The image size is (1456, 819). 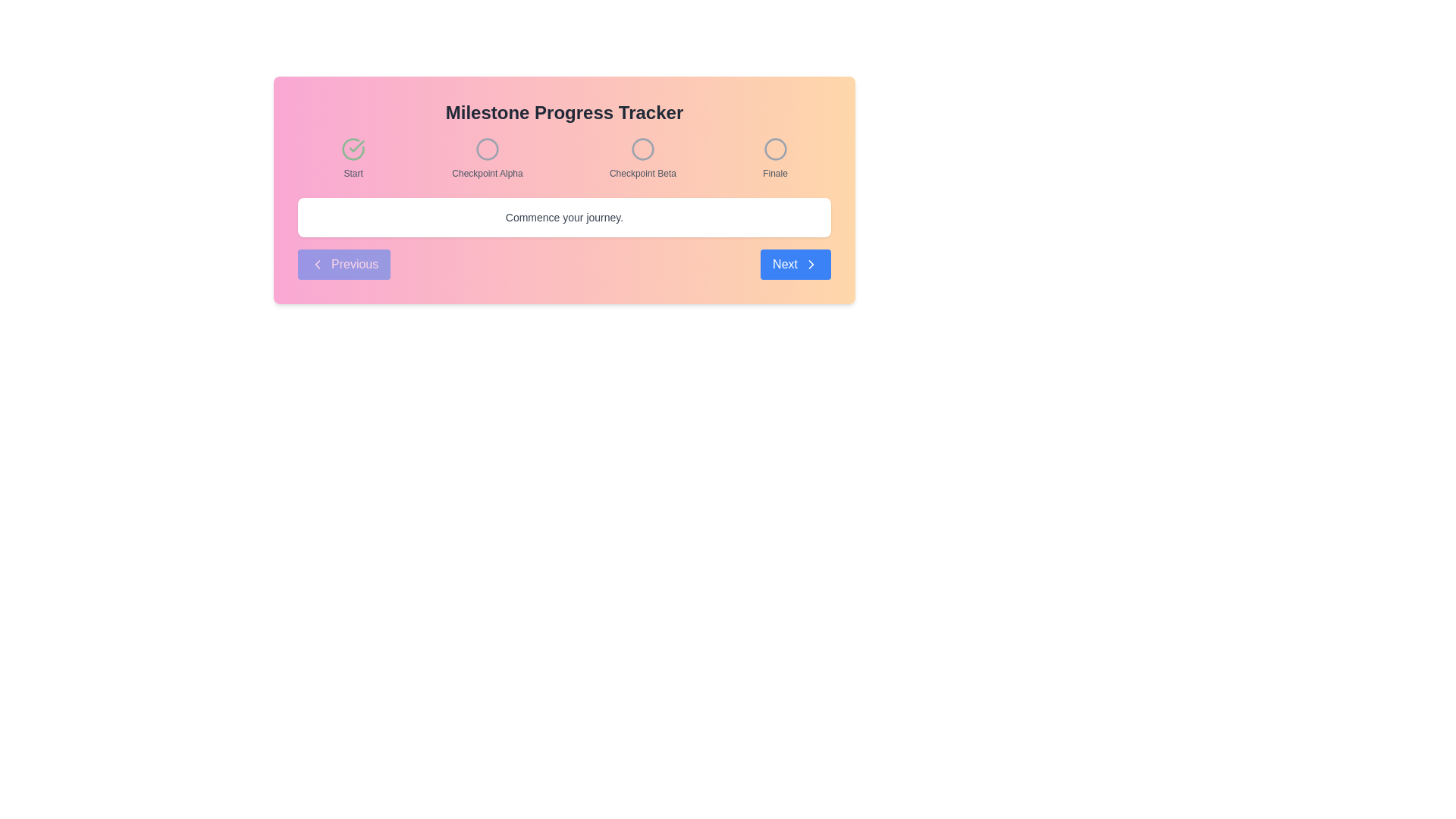 What do you see at coordinates (775, 158) in the screenshot?
I see `the milestone indicator labeled 'Finale', which consists of a circular icon with a thin outline above the text in a small gray font` at bounding box center [775, 158].